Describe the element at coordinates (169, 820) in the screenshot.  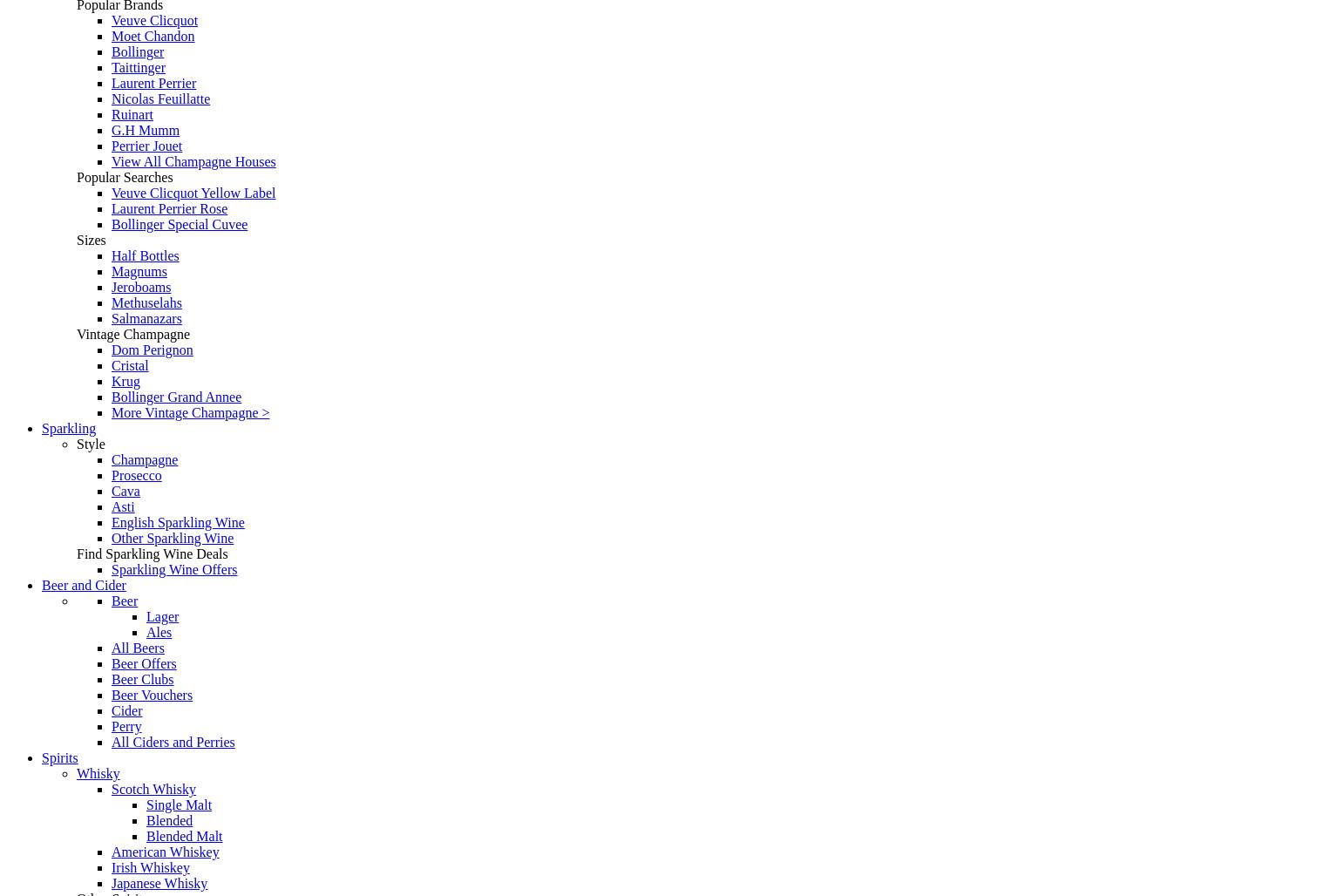
I see `'Blended'` at that location.